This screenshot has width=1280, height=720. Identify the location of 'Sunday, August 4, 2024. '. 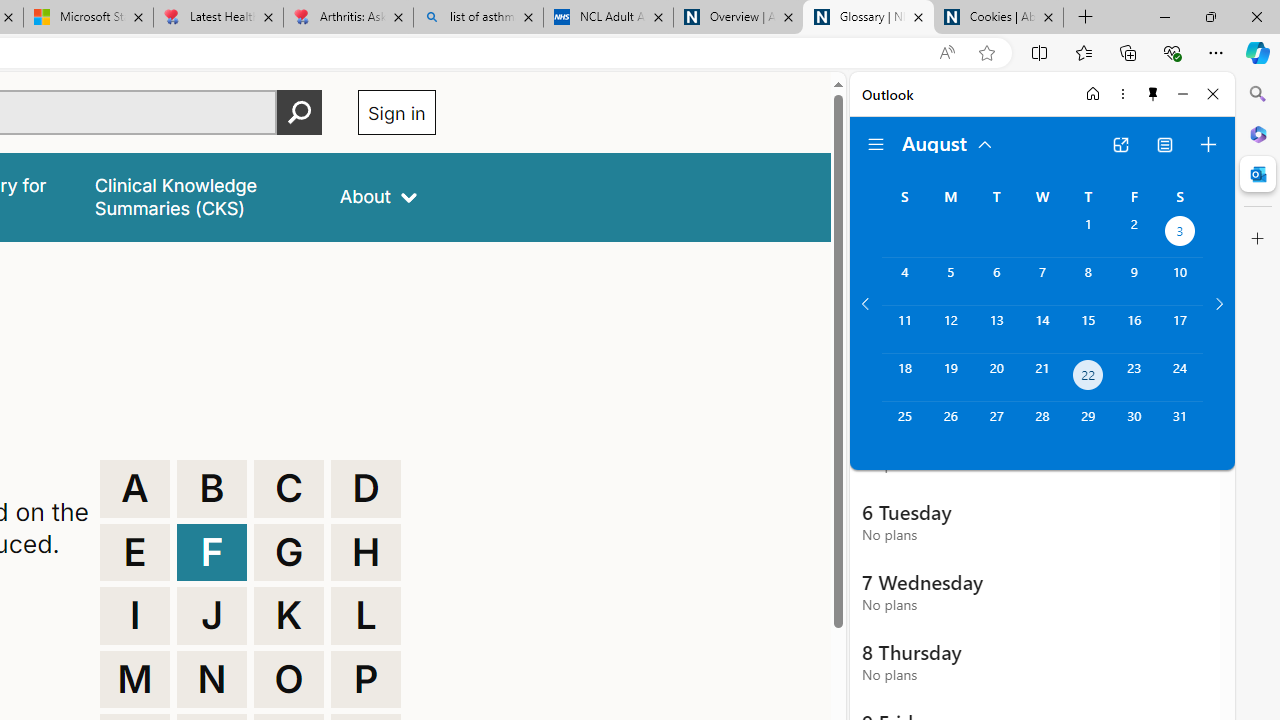
(903, 281).